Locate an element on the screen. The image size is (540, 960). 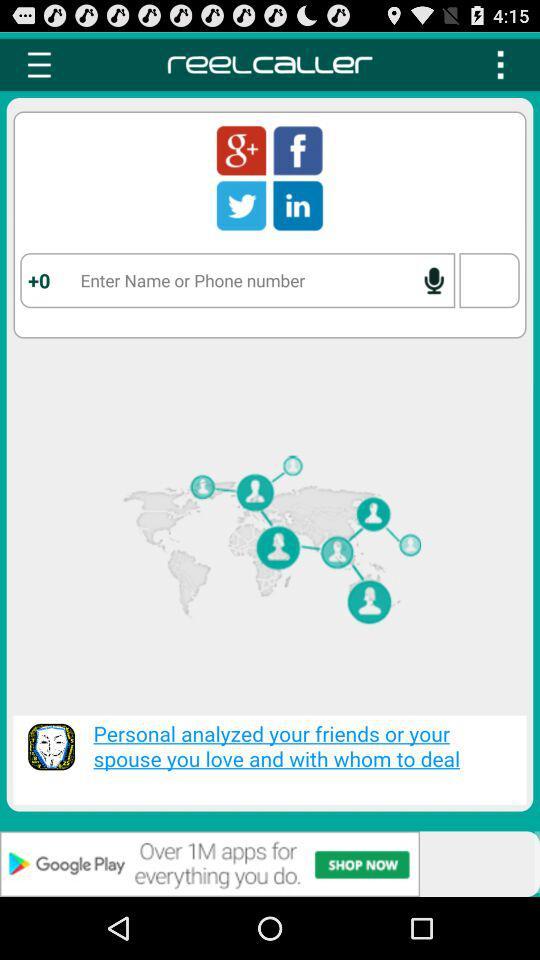
enable speech to text is located at coordinates (433, 279).